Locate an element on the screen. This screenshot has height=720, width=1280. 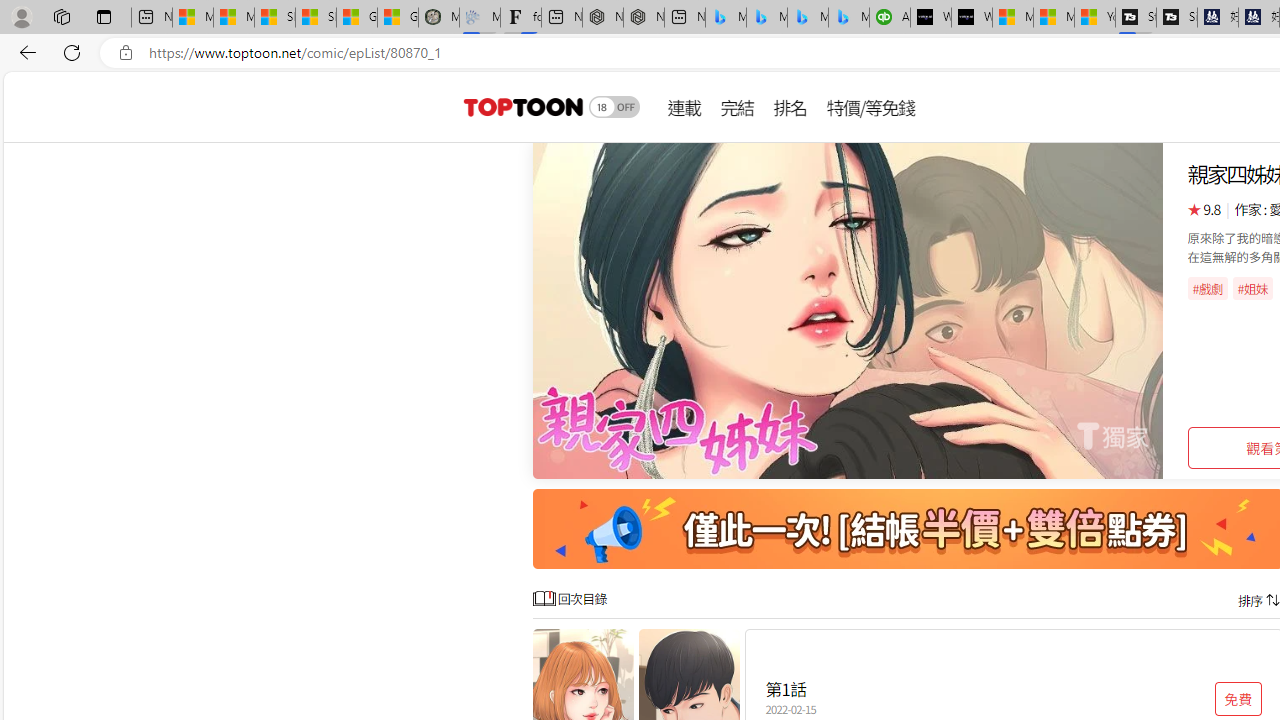
'Gilma and Hector both pose tropical trouble for Hawaii' is located at coordinates (398, 17).